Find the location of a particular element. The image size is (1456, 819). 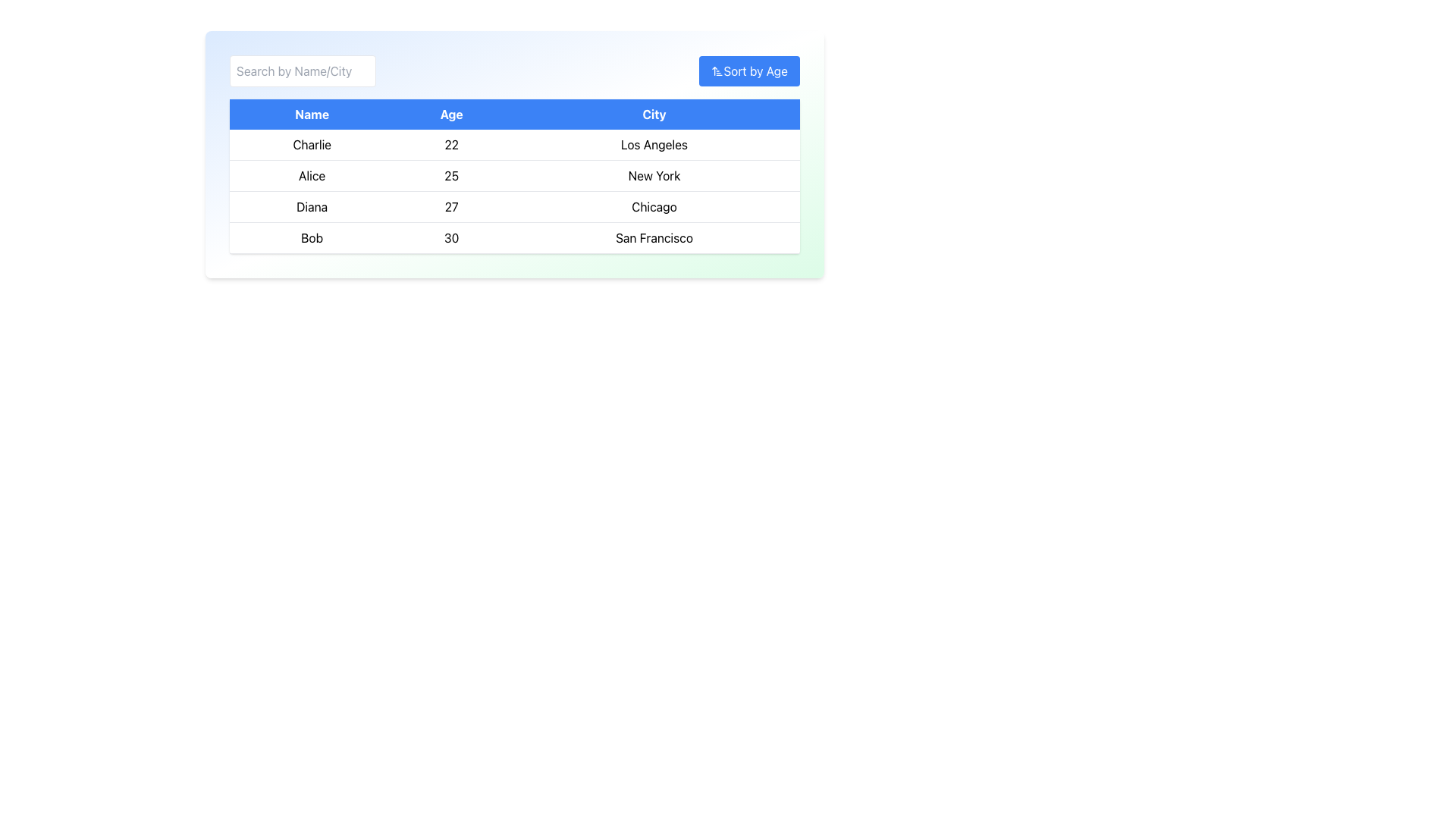

the button with a blue background and white text that reads 'Sort by Age' to sort the items by age is located at coordinates (749, 71).